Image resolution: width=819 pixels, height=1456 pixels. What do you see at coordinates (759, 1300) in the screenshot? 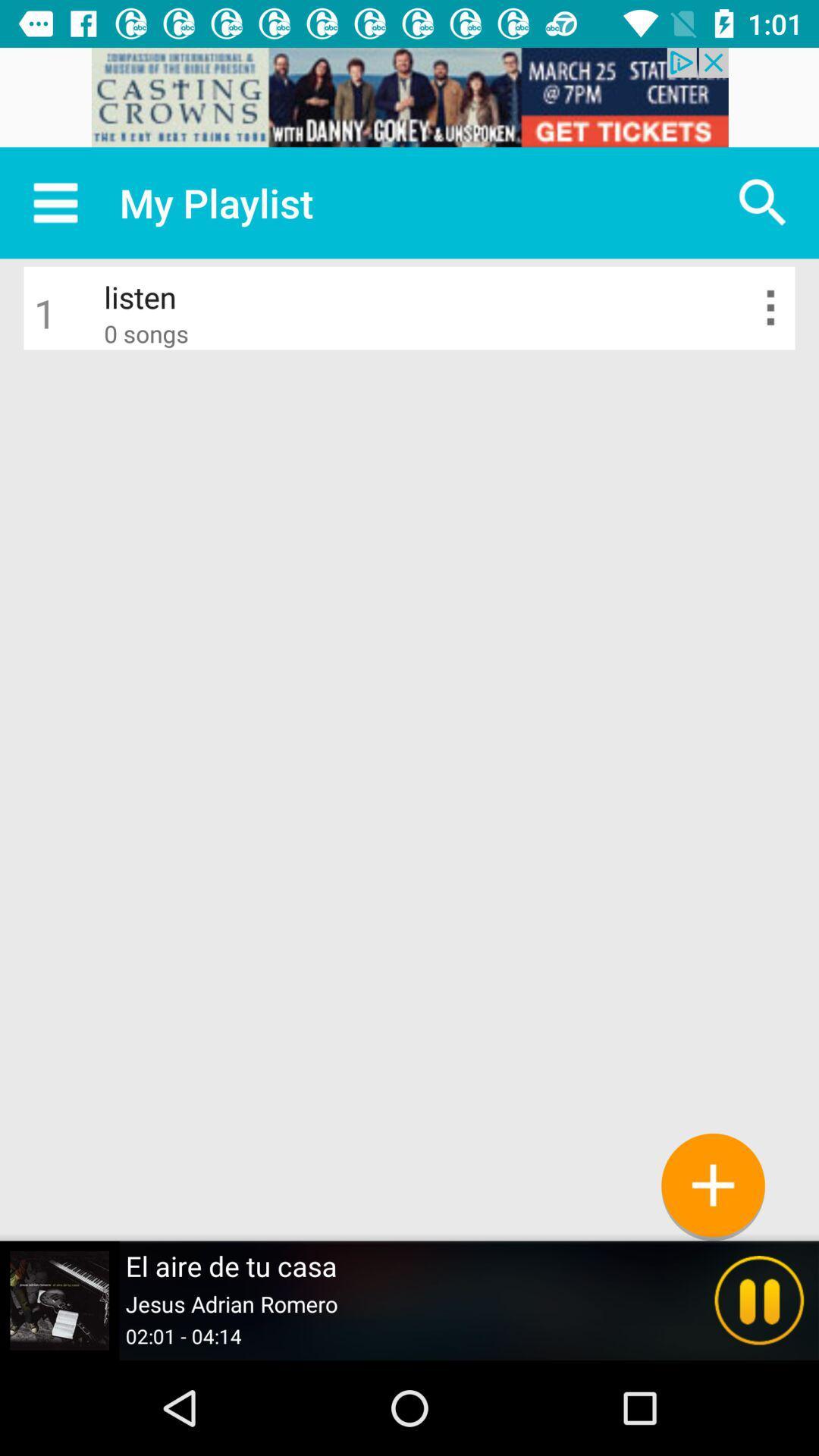
I see `the pause icon` at bounding box center [759, 1300].